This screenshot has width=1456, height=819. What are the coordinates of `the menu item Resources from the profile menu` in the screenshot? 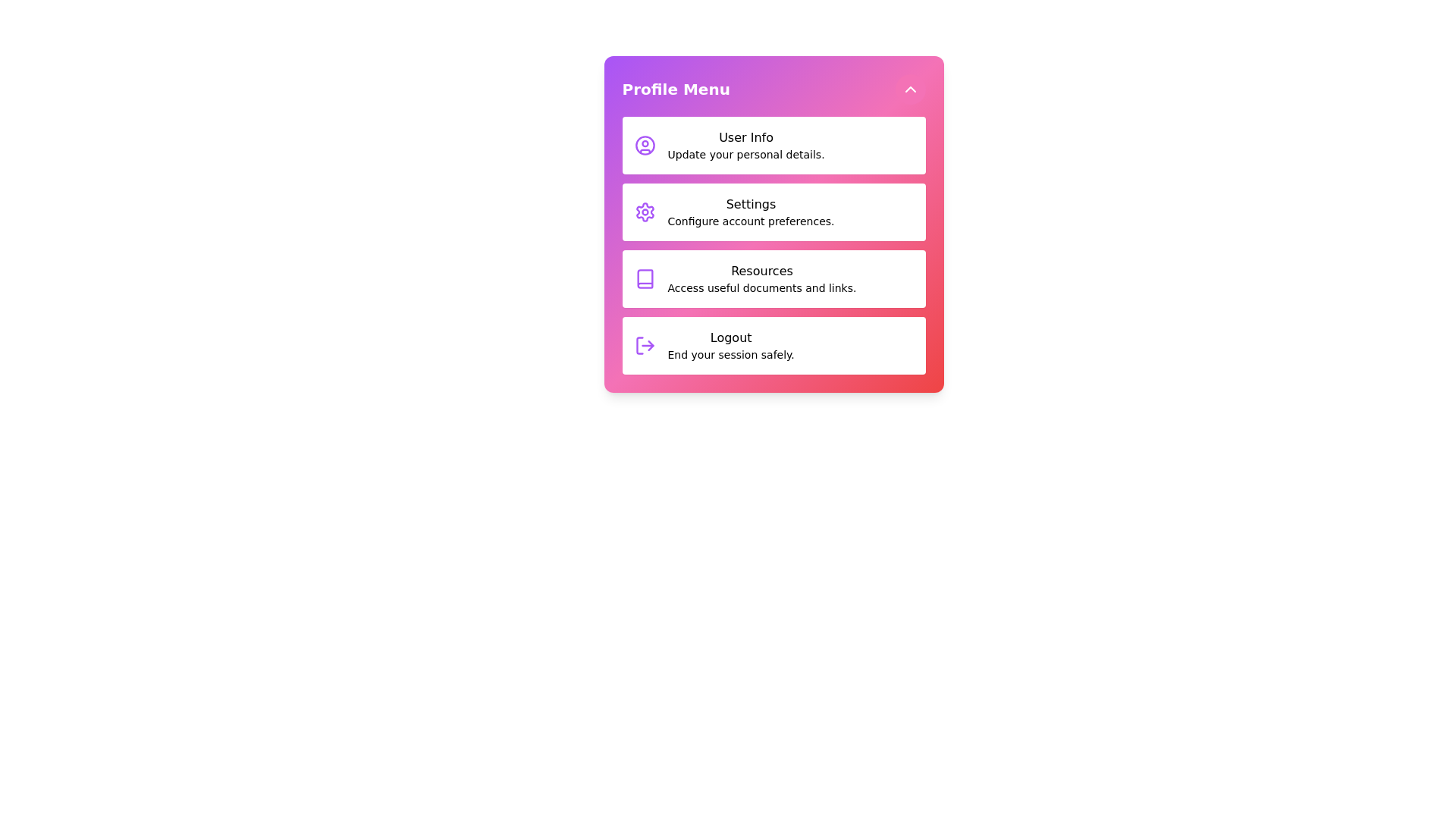 It's located at (773, 278).